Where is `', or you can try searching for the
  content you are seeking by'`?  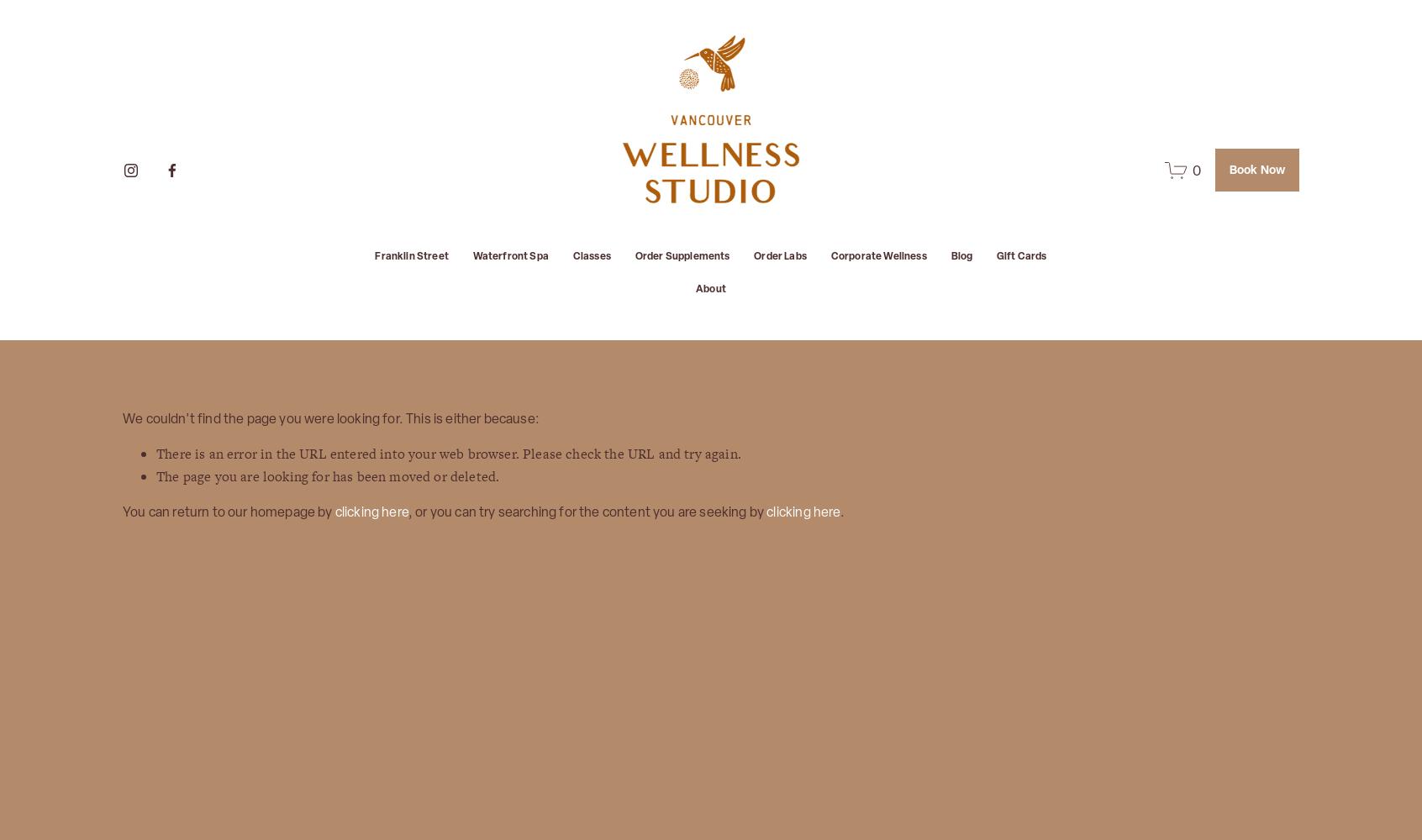 ', or you can try searching for the
  content you are seeking by' is located at coordinates (406, 511).